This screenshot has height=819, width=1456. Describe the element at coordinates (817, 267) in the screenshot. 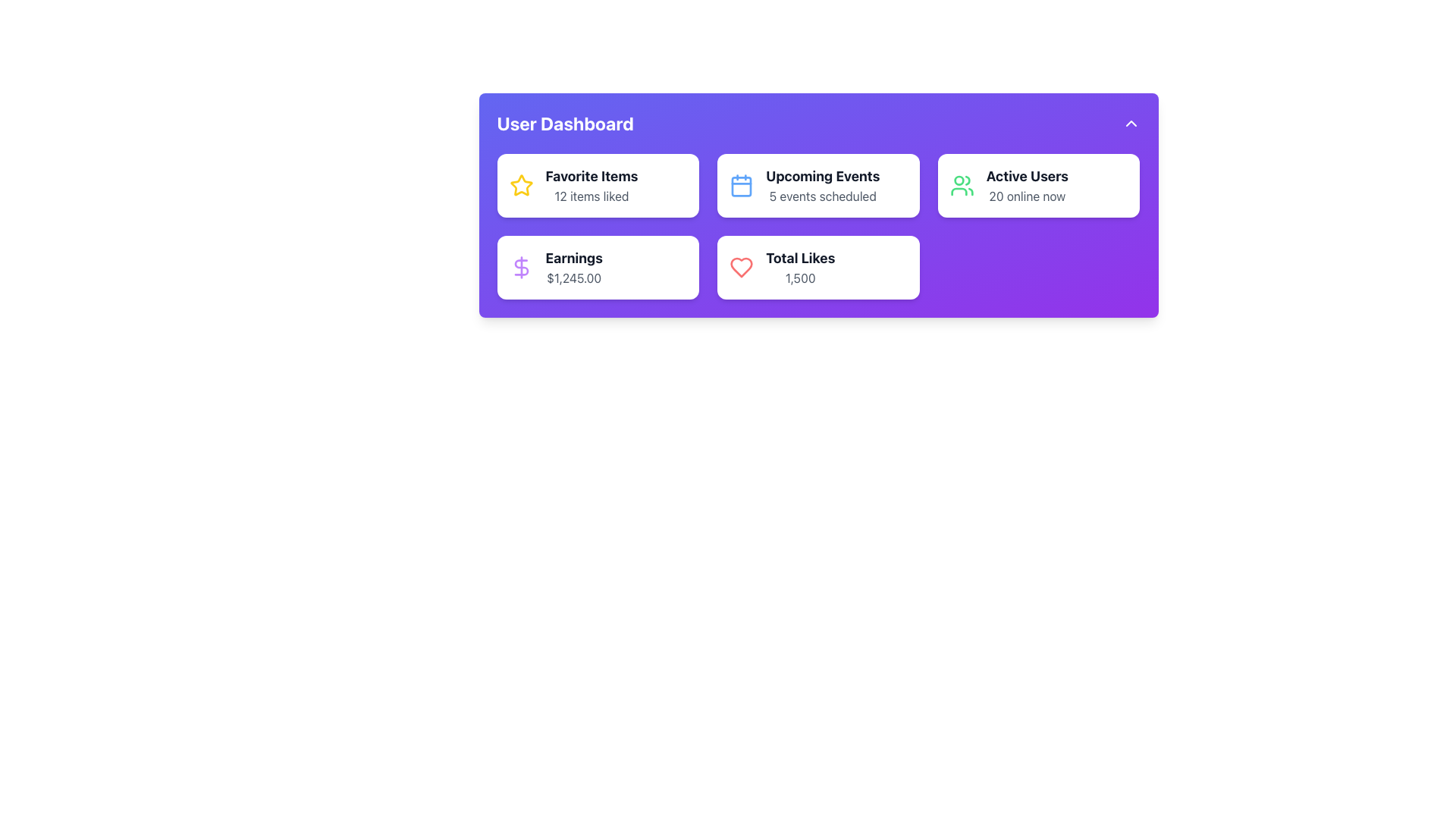

I see `displayed information on the Information Card that shows the total amount of likes, located in the second row of the grid layout, adjacent to the Earnings card and below the Upcoming Events card` at that location.